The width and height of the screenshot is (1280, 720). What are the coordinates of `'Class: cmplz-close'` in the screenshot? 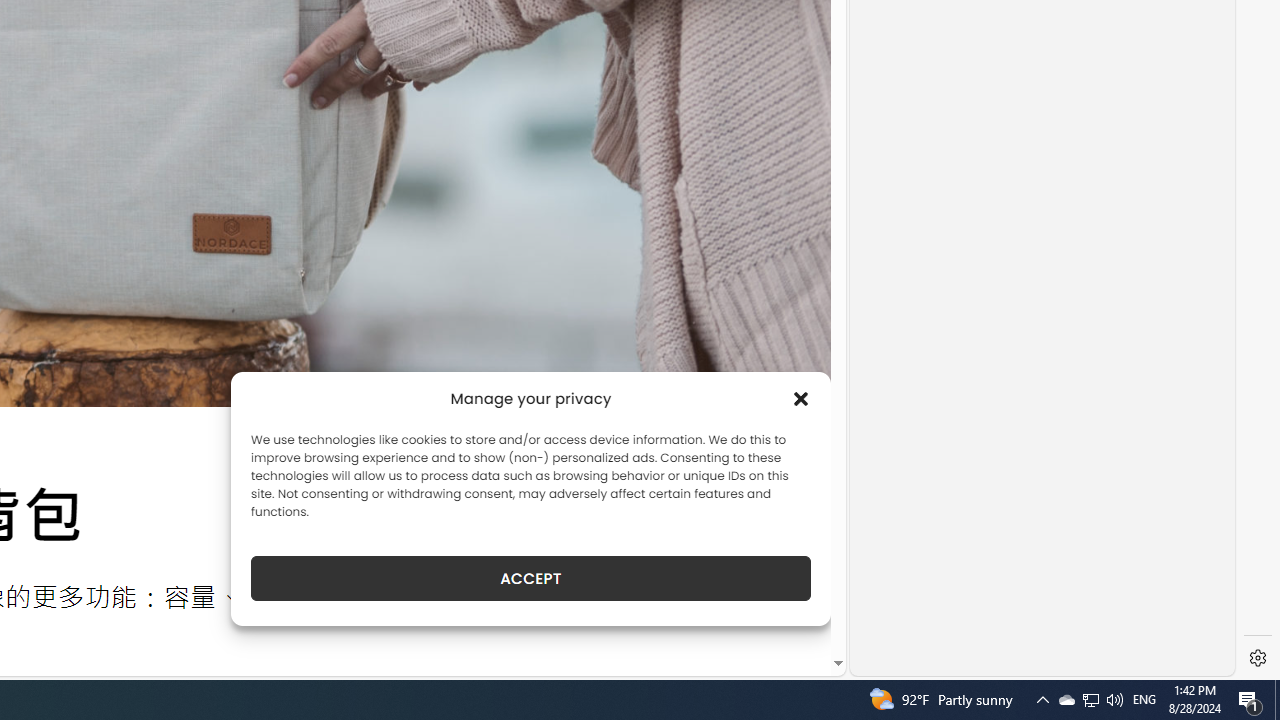 It's located at (801, 398).